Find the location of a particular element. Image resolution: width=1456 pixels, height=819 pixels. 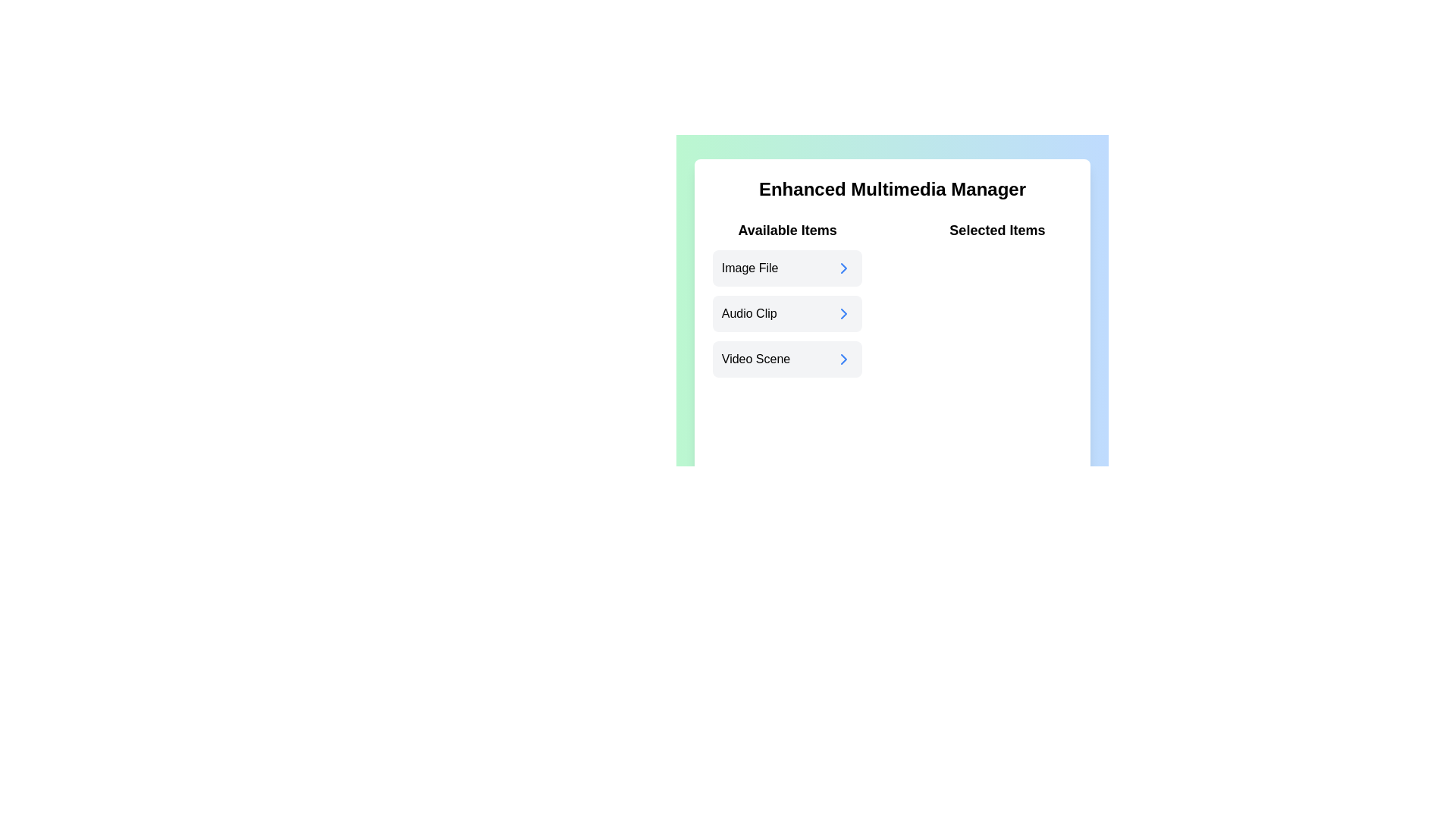

the right-pointing chevron icon is located at coordinates (843, 359).